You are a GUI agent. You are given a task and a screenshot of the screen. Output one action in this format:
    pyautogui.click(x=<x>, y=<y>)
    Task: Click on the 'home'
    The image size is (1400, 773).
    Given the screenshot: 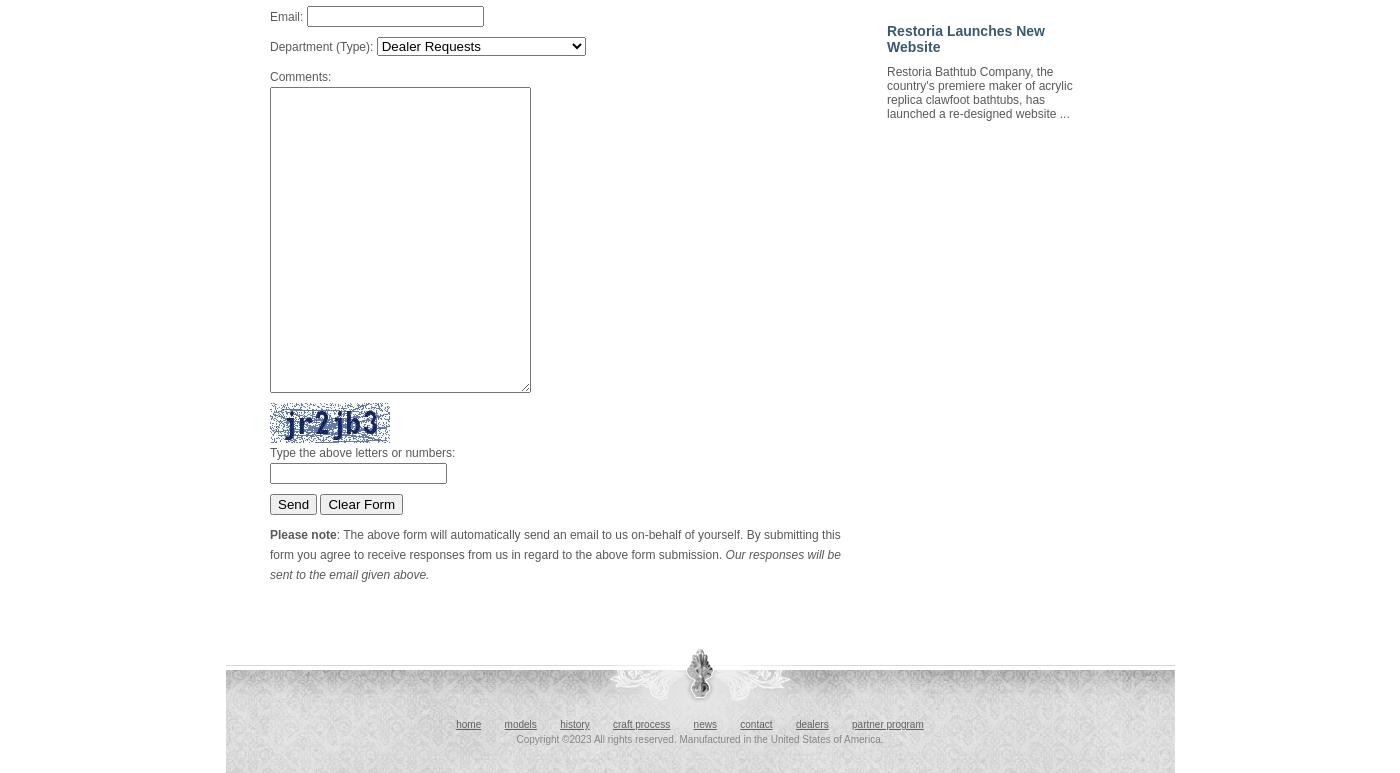 What is the action you would take?
    pyautogui.click(x=455, y=724)
    